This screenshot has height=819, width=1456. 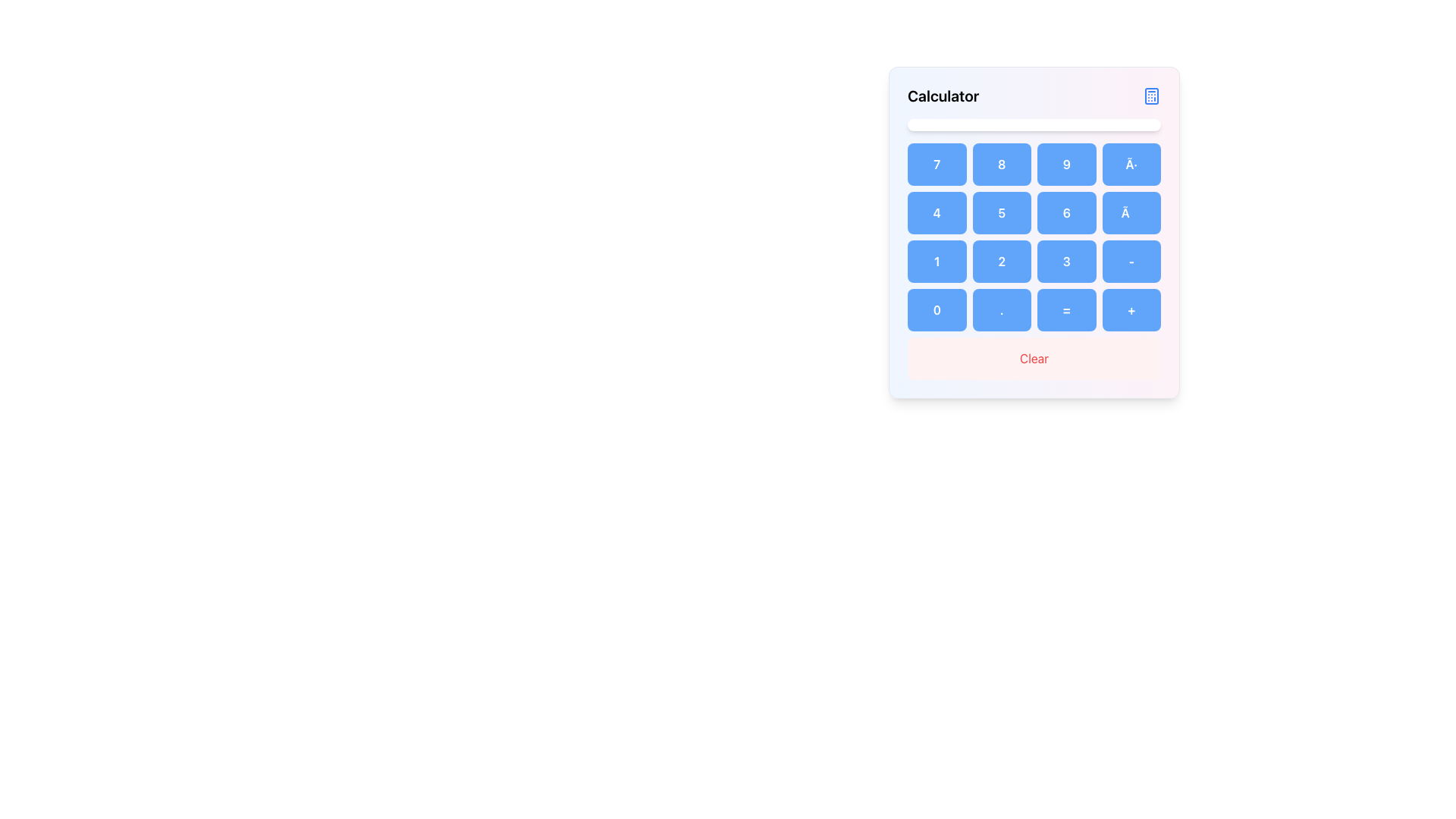 What do you see at coordinates (1033, 233) in the screenshot?
I see `the calculator panel, which features a gradient background from blue to pink, rounded corners, and includes the title 'Calculator' at the top` at bounding box center [1033, 233].